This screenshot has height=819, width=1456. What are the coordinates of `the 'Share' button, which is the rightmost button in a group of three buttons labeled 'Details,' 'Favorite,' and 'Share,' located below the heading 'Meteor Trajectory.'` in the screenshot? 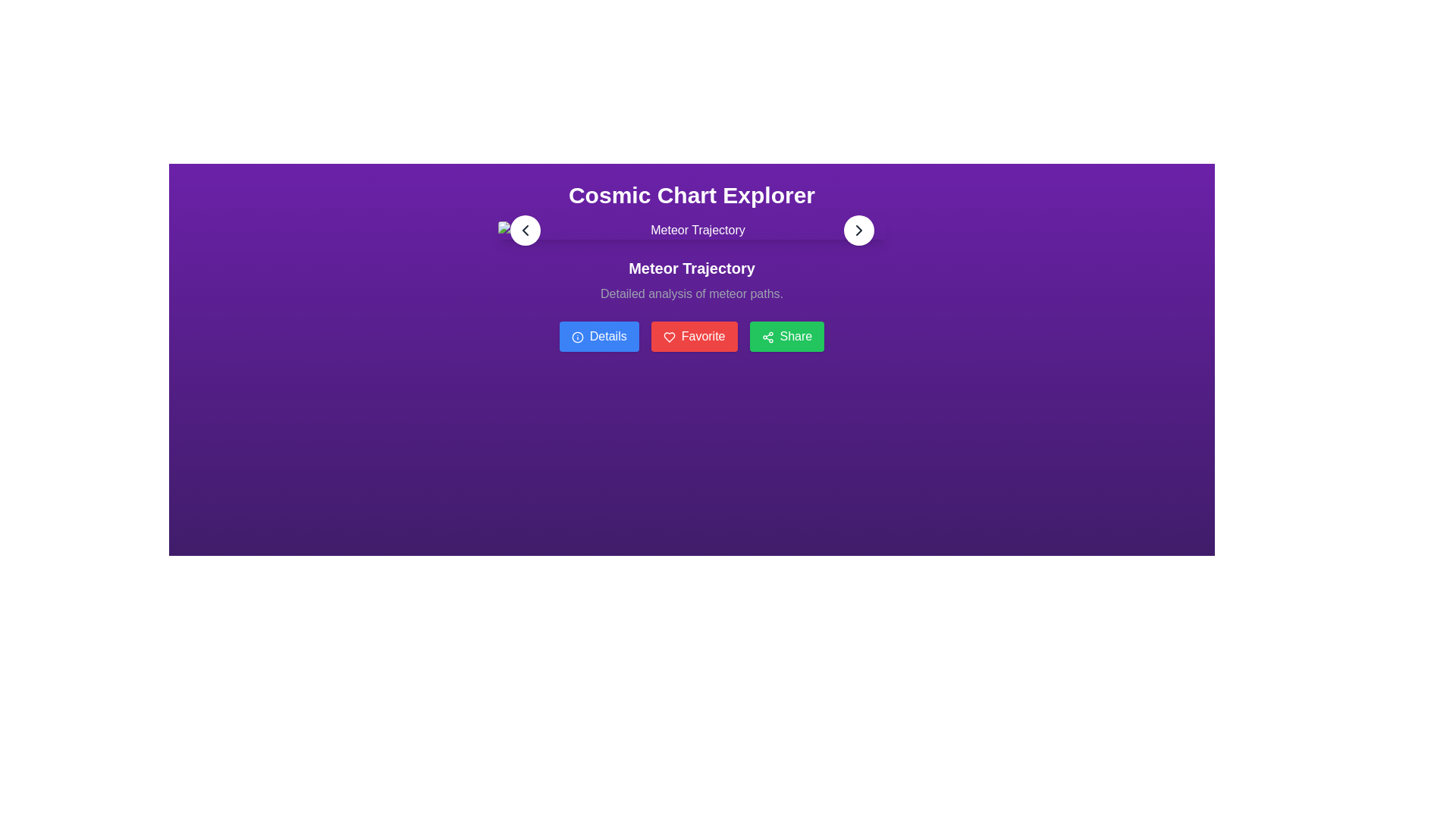 It's located at (786, 335).